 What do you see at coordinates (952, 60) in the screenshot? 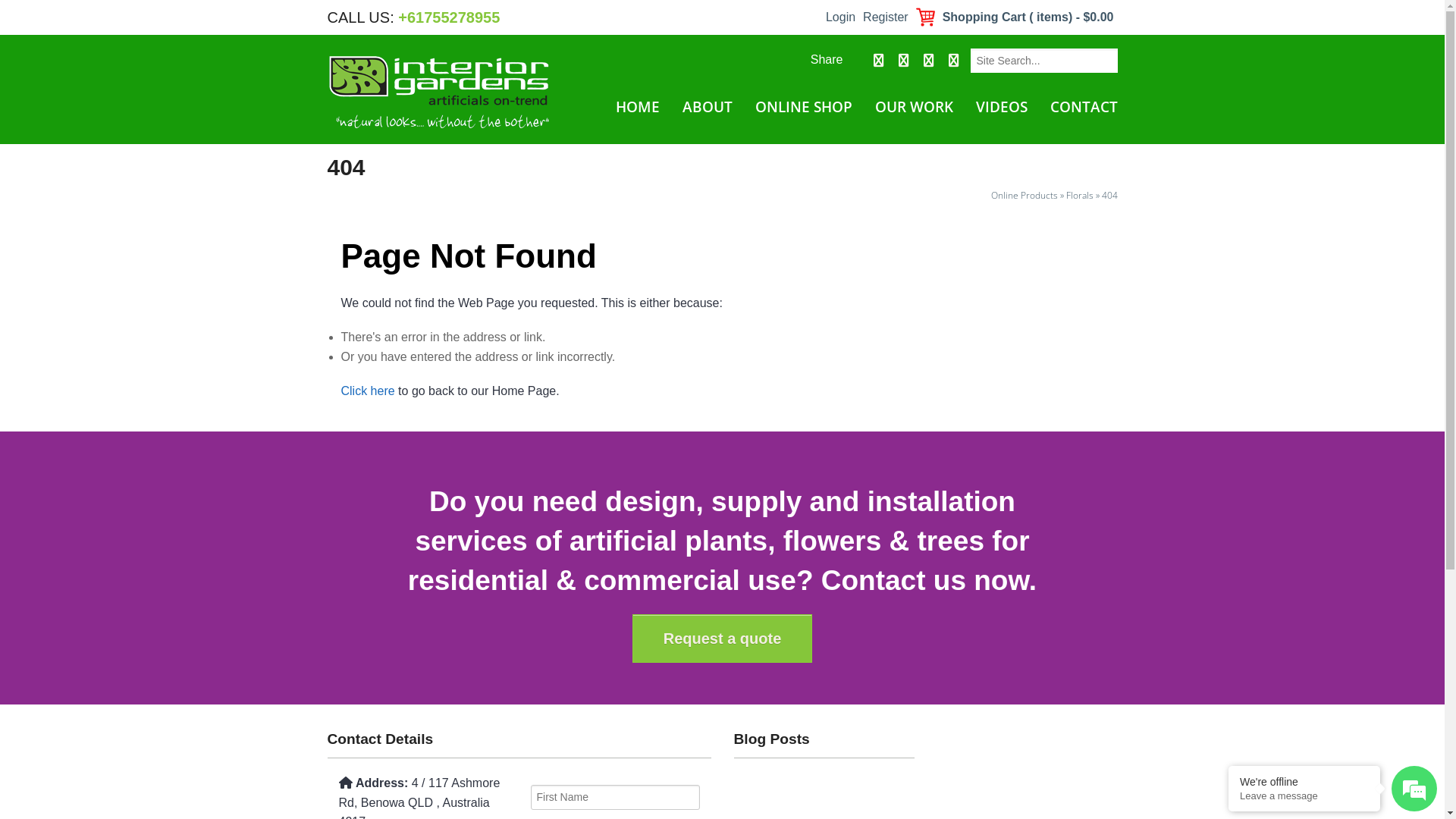
I see `'pinterest'` at bounding box center [952, 60].